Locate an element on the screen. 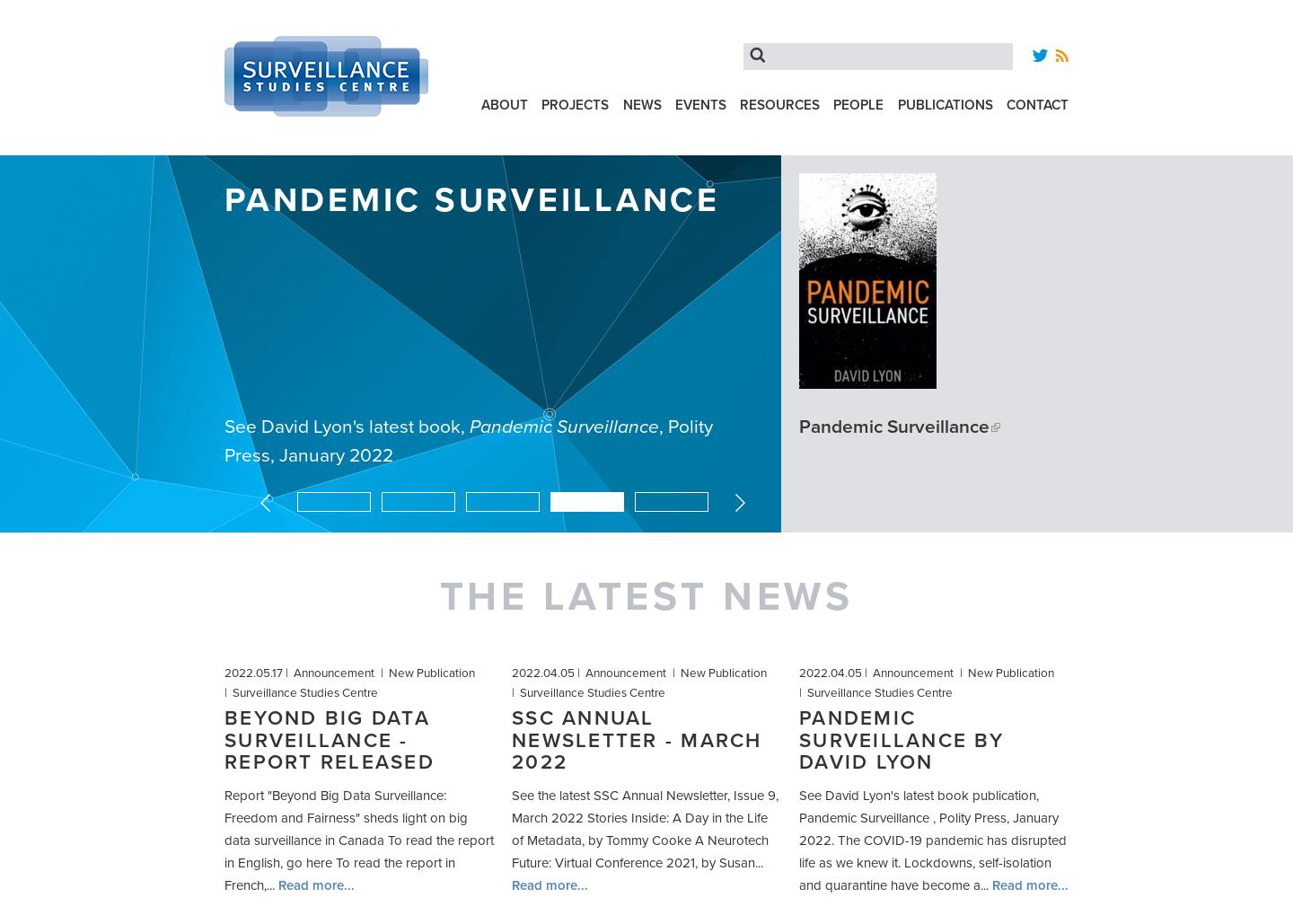  '5' is located at coordinates (711, 497).